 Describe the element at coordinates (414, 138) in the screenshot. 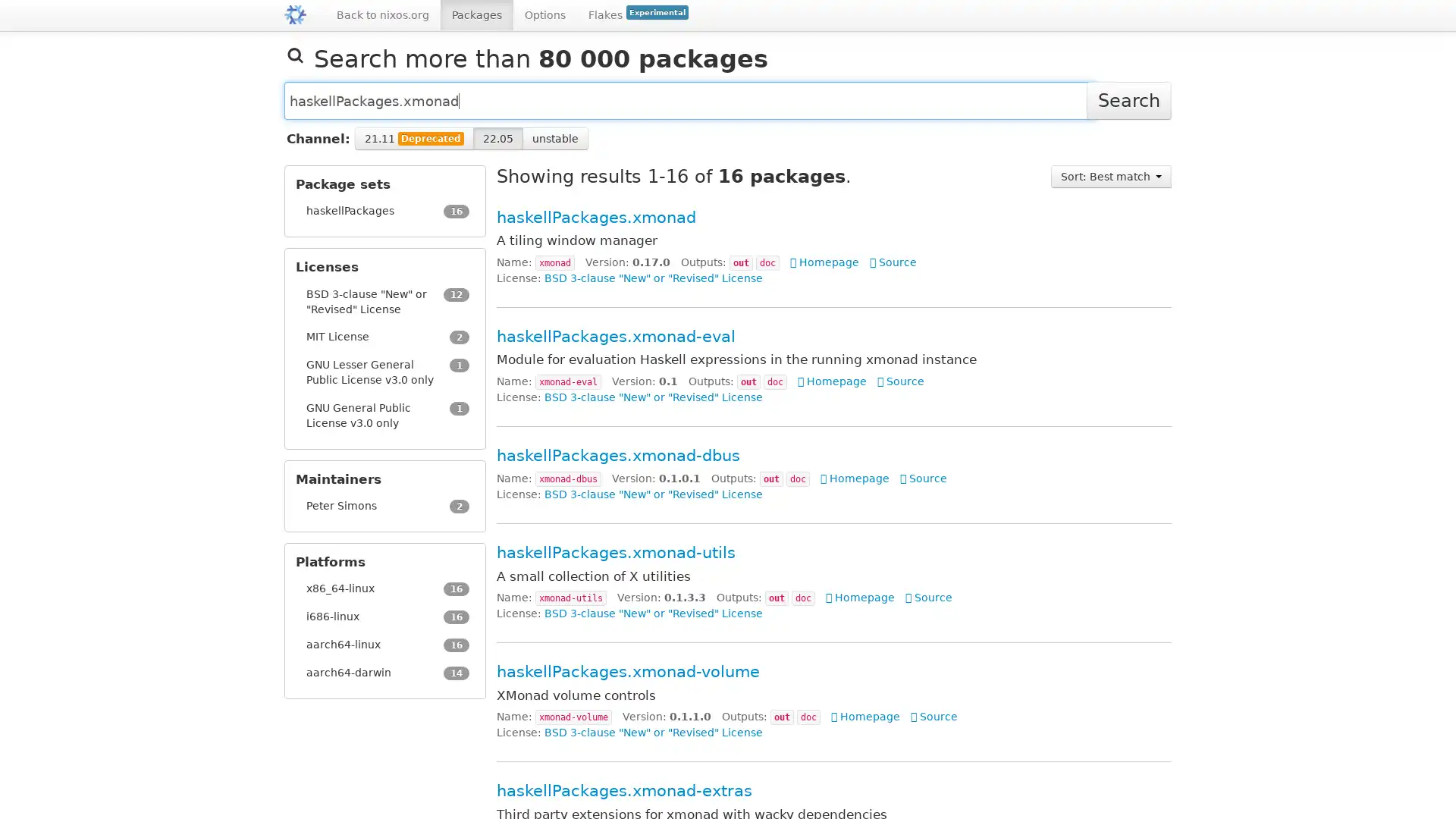

I see `21.11Deprecated` at that location.